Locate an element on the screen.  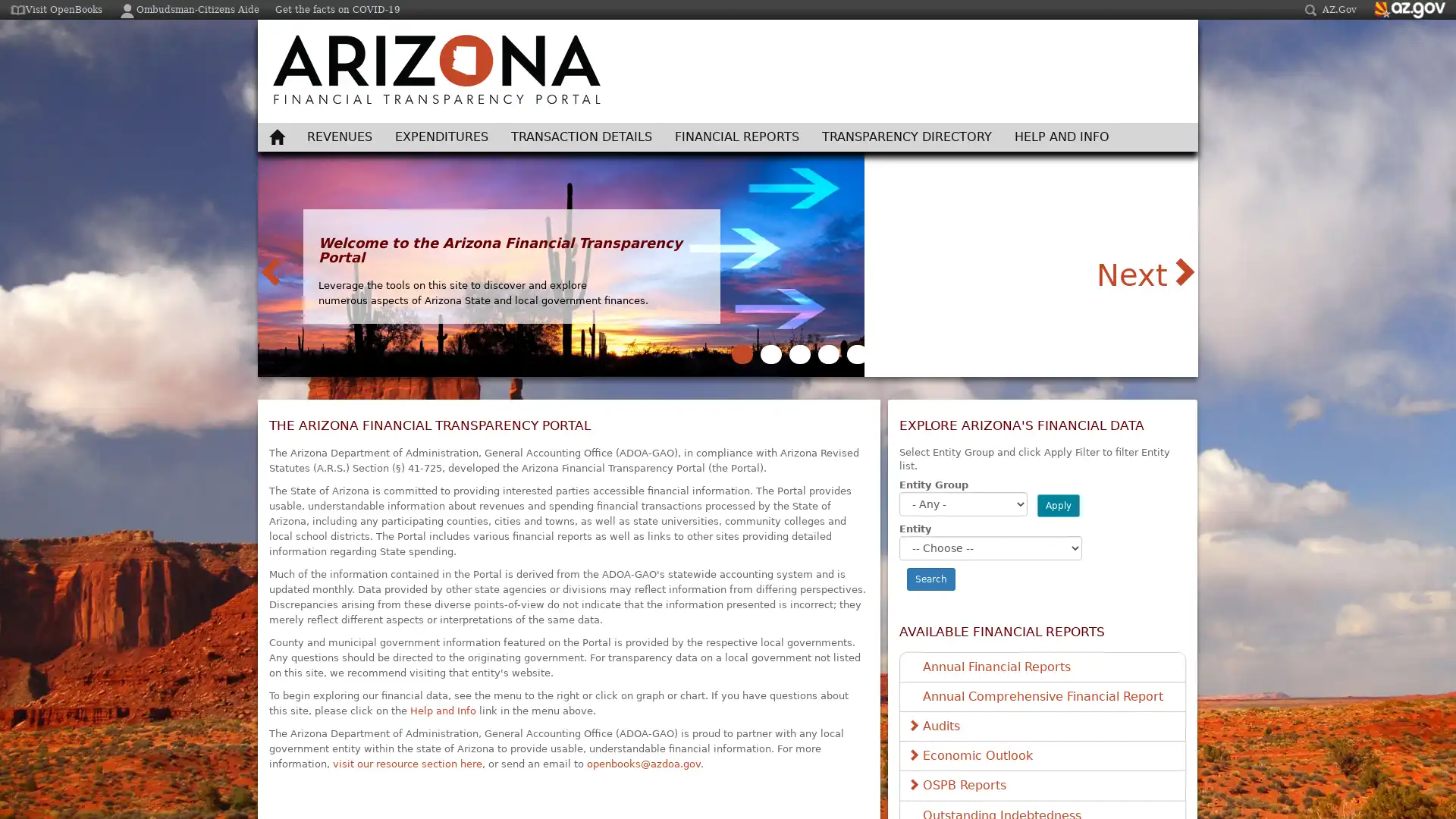
Search is located at coordinates (930, 579).